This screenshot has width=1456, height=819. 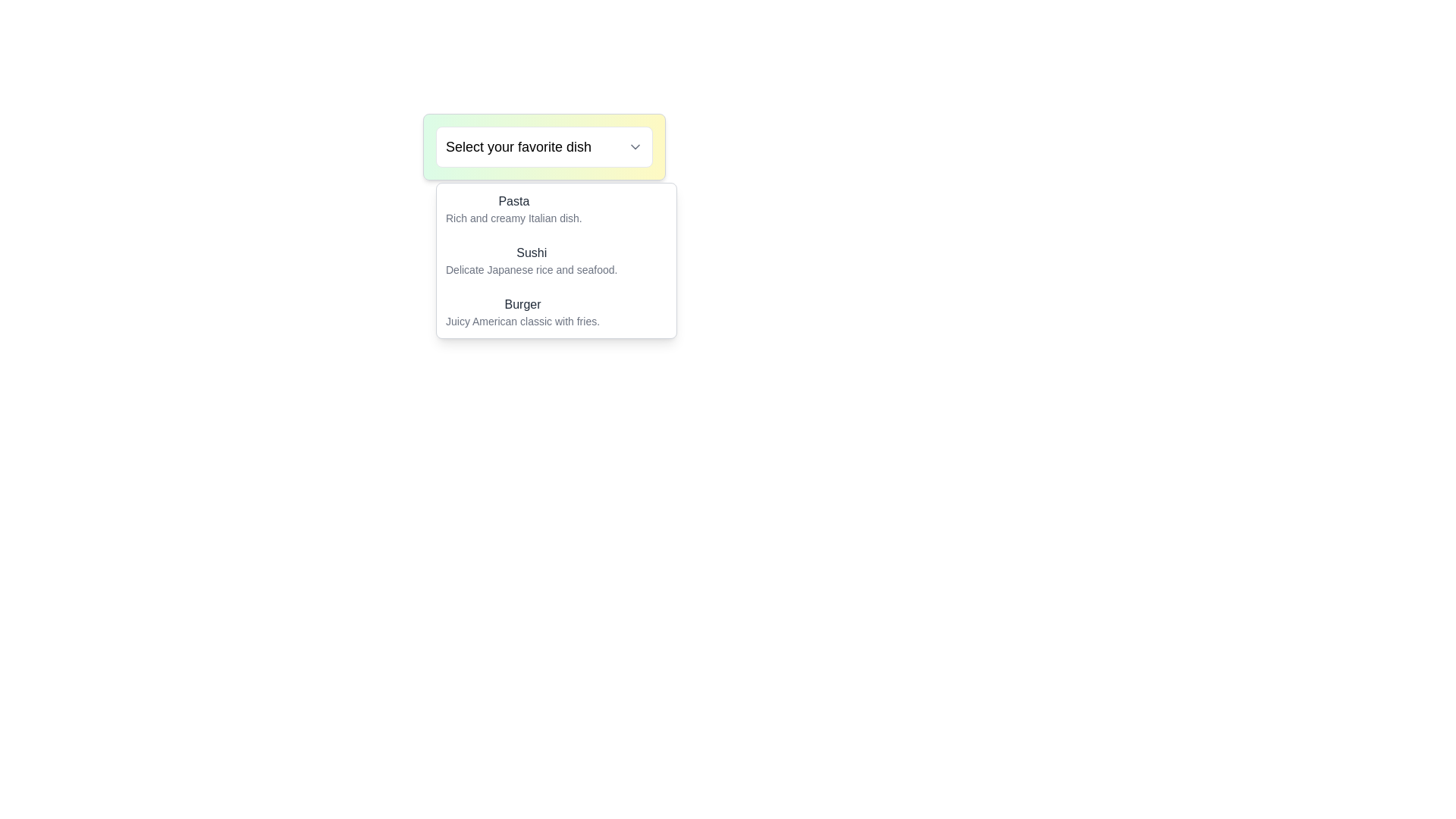 I want to click on the text block displaying 'Select your favorite dish', so click(x=519, y=146).